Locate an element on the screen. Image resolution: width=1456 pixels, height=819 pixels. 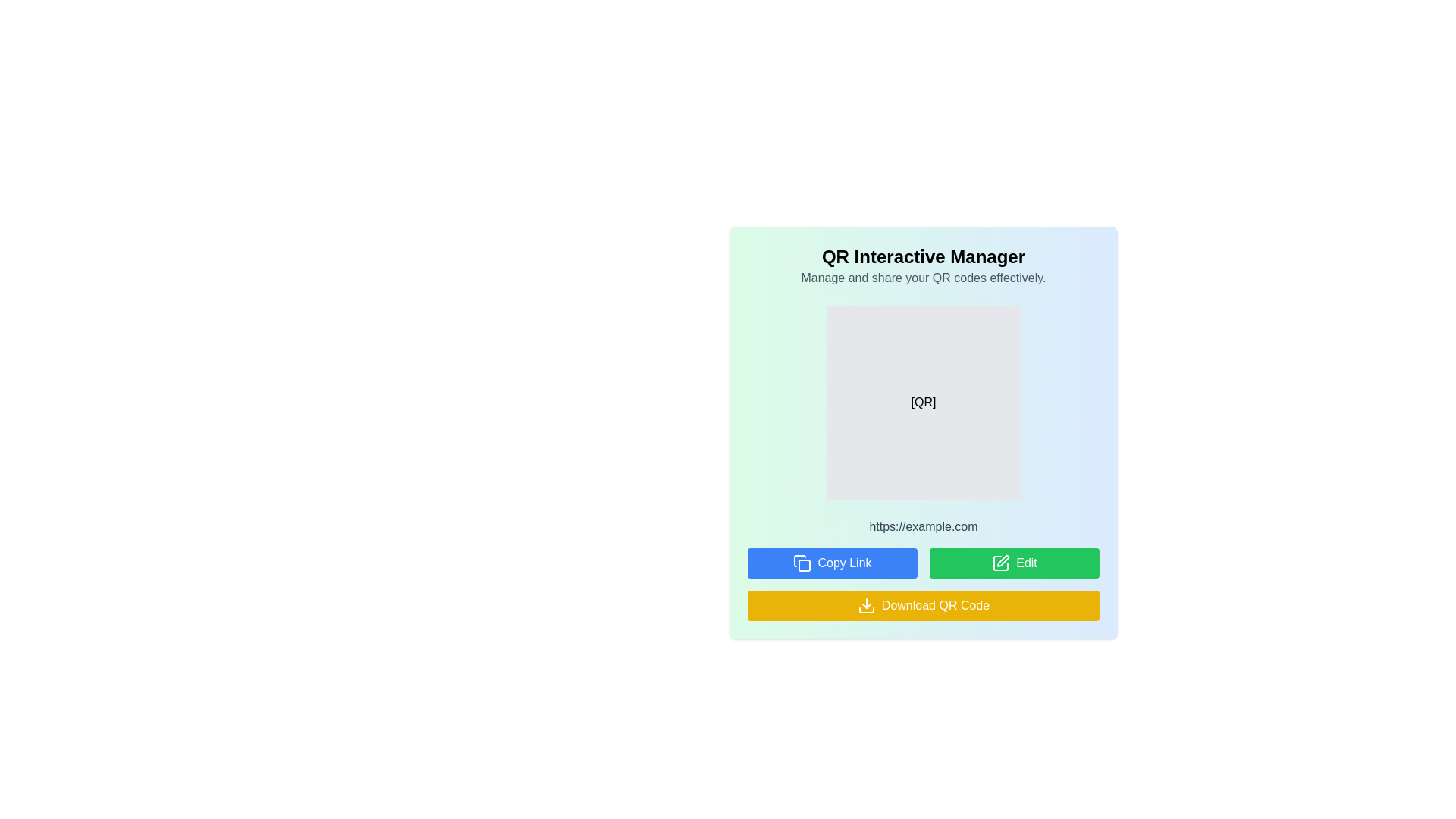
the instructional text label located directly beneath the title 'QR Interactive Manager' at the top-center area of the interface is located at coordinates (923, 278).